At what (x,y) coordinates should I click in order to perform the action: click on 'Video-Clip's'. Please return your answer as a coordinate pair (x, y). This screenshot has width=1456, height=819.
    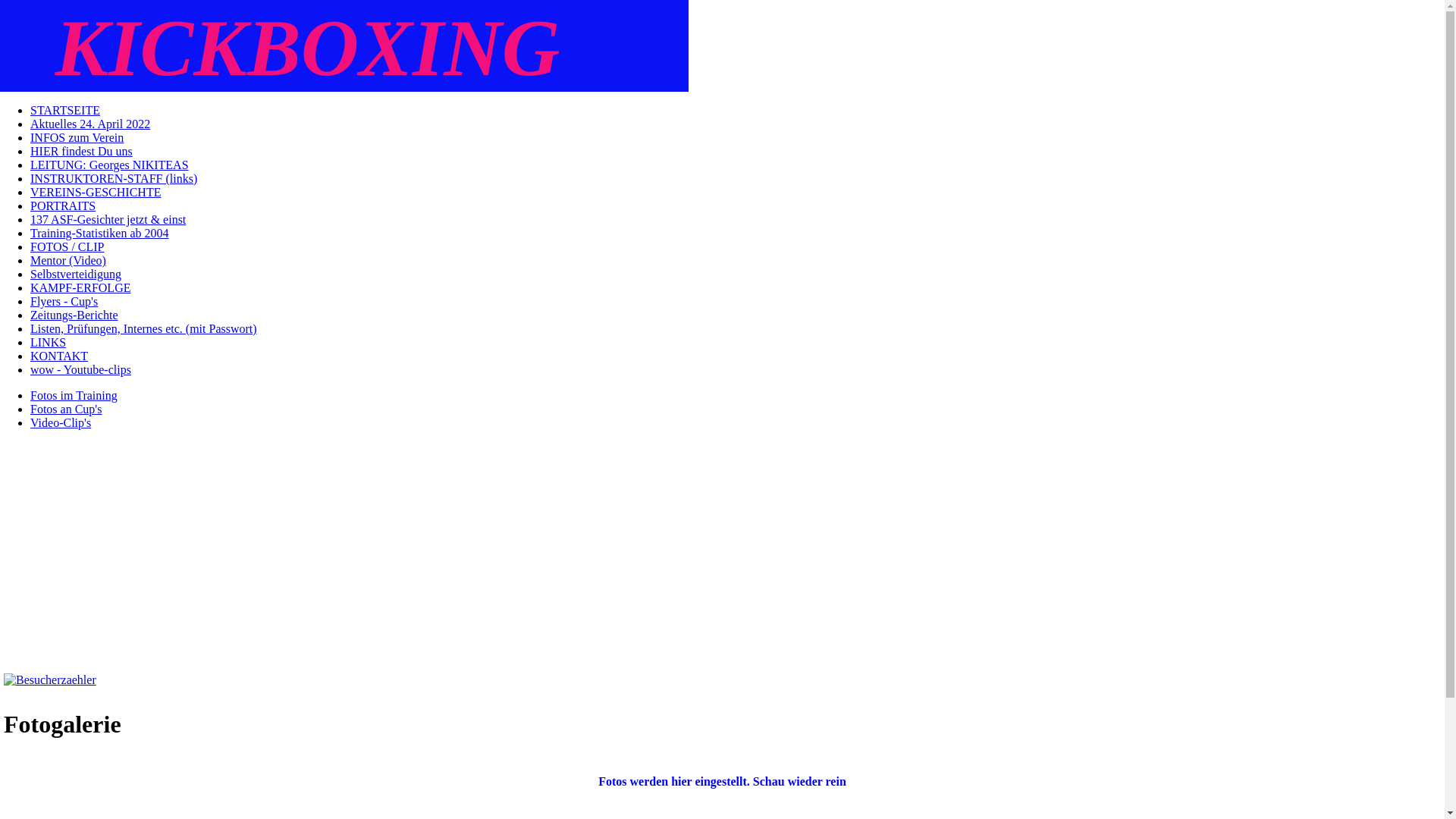
    Looking at the image, I should click on (61, 422).